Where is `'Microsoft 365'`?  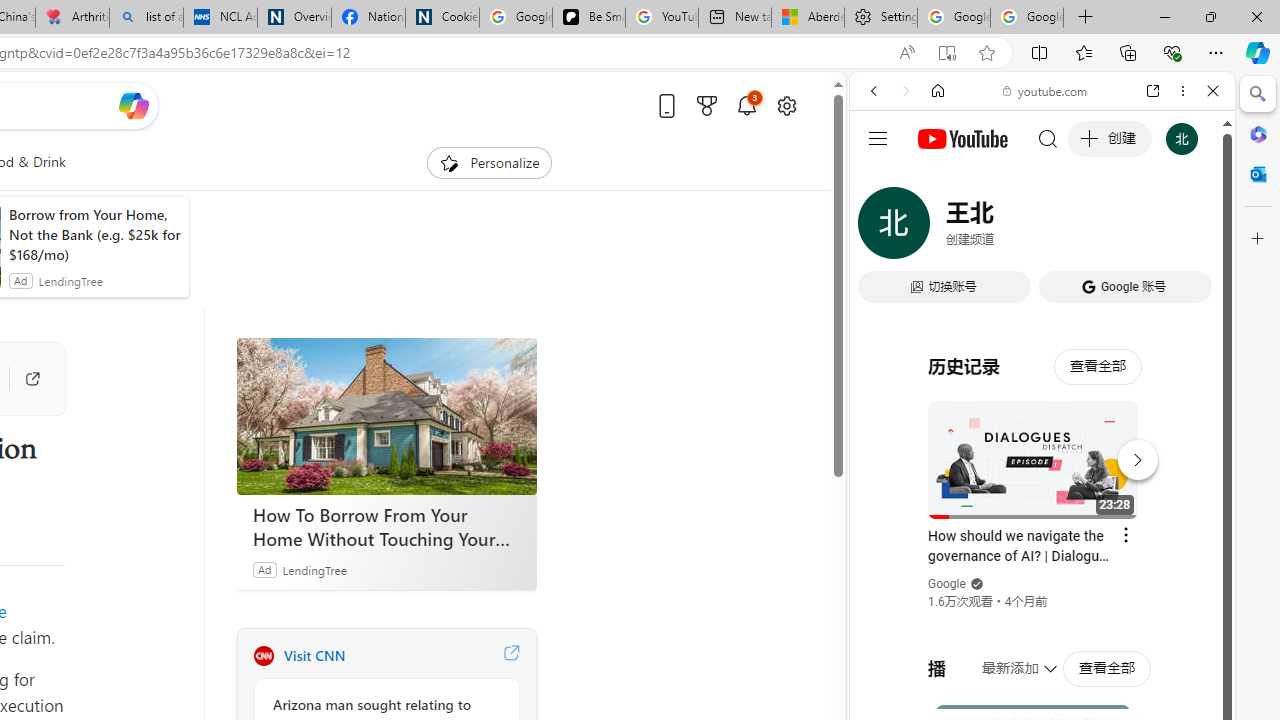
'Microsoft 365' is located at coordinates (1257, 133).